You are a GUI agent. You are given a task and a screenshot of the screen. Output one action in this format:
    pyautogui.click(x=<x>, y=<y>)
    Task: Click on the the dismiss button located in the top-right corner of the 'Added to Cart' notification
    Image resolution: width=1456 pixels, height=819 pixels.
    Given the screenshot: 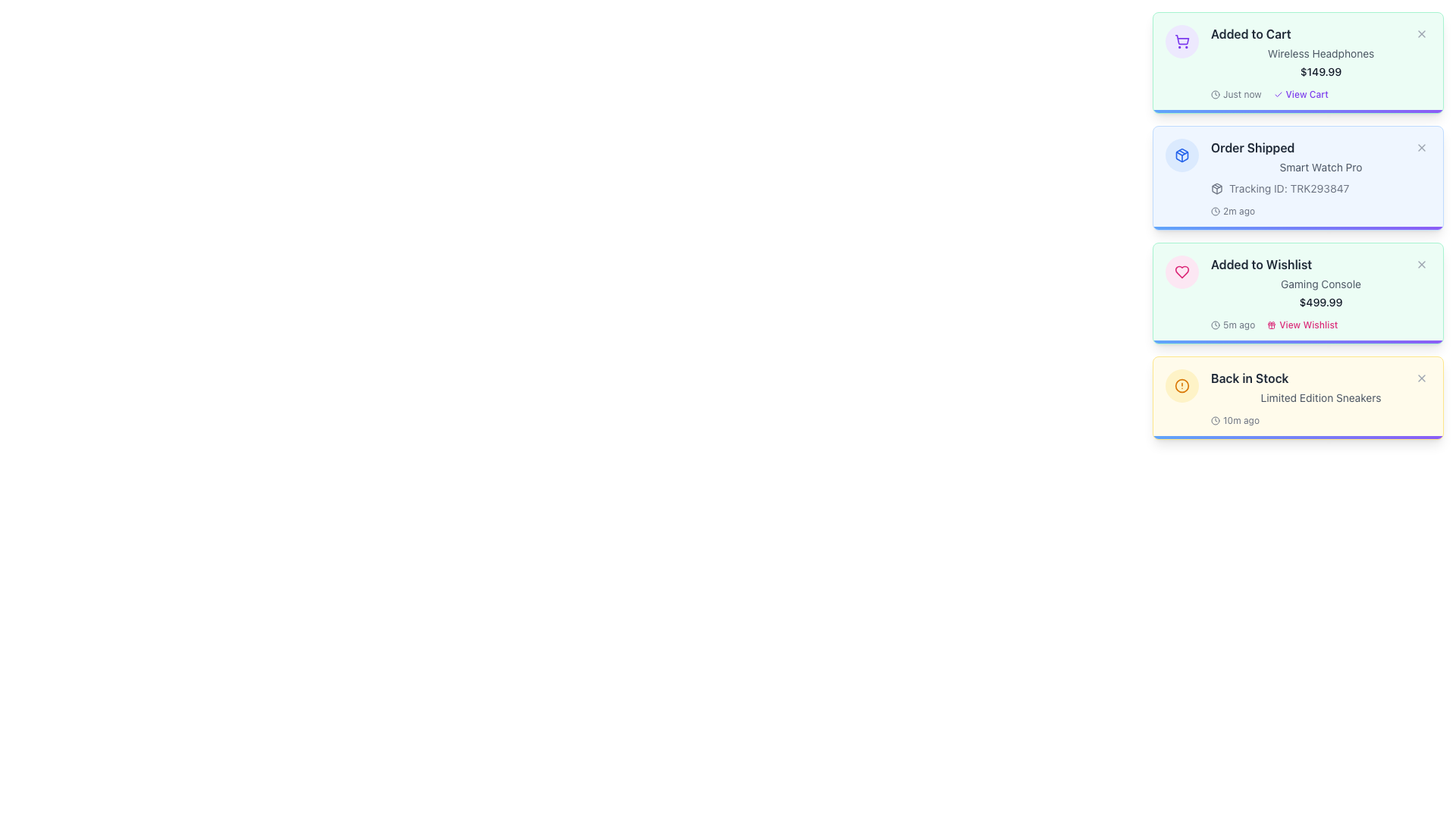 What is the action you would take?
    pyautogui.click(x=1421, y=34)
    